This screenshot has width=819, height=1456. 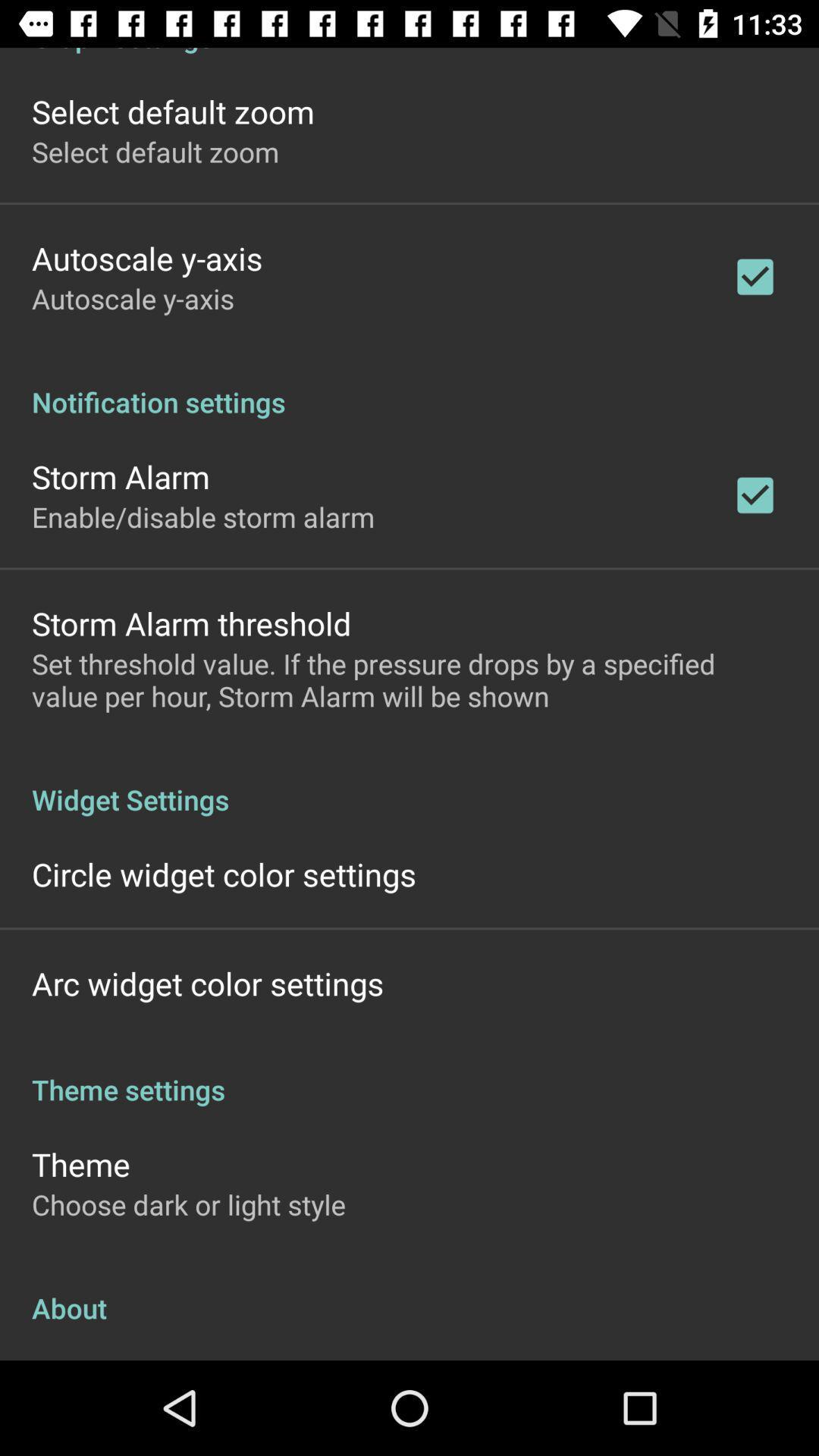 I want to click on icon below choose dark or, so click(x=409, y=1291).